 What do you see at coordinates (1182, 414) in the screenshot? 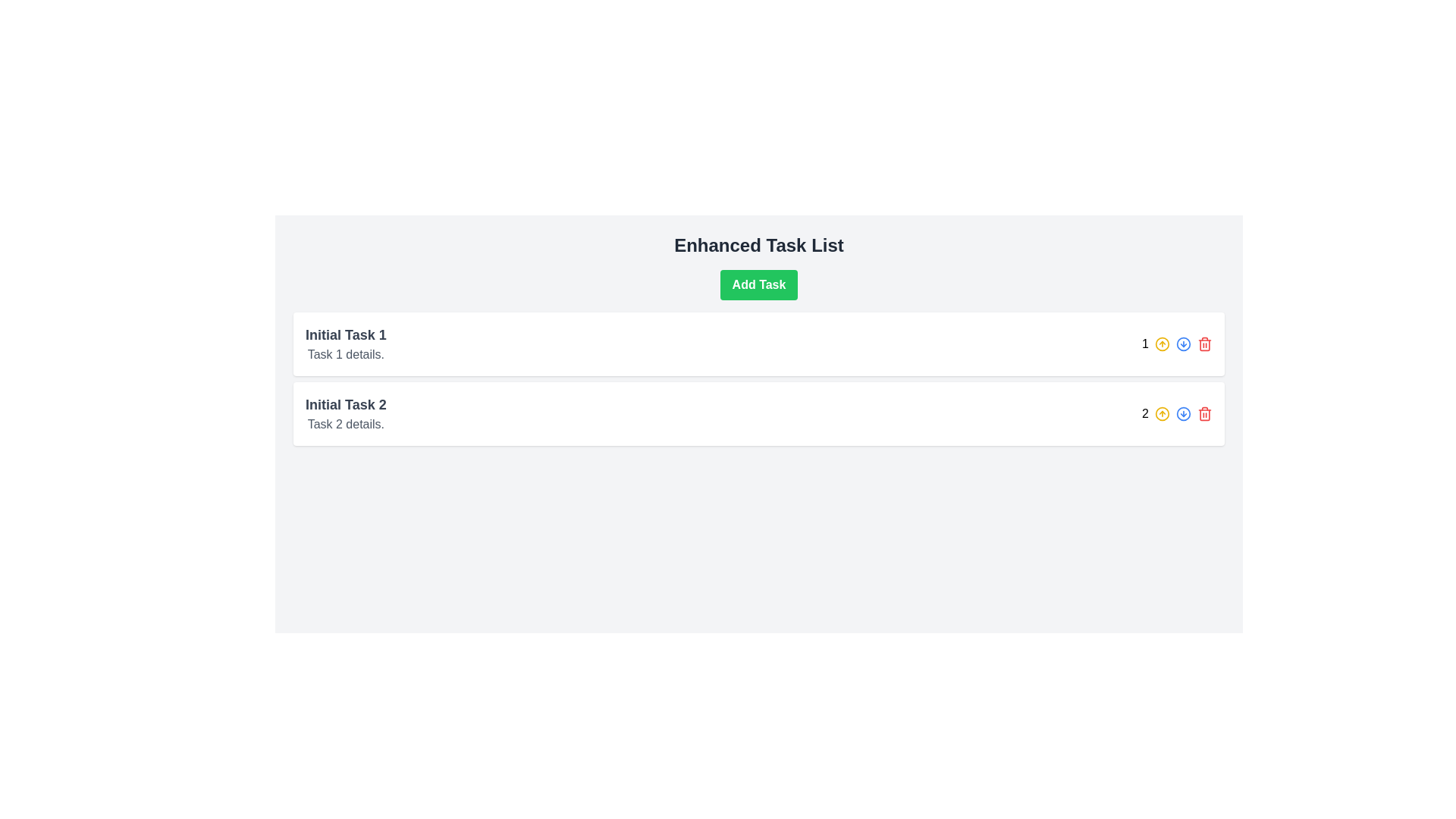
I see `the circular button with a downward arrow, which is located in the second row of the task list towards the far right, following the numeric label '2' and other control buttons` at bounding box center [1182, 414].